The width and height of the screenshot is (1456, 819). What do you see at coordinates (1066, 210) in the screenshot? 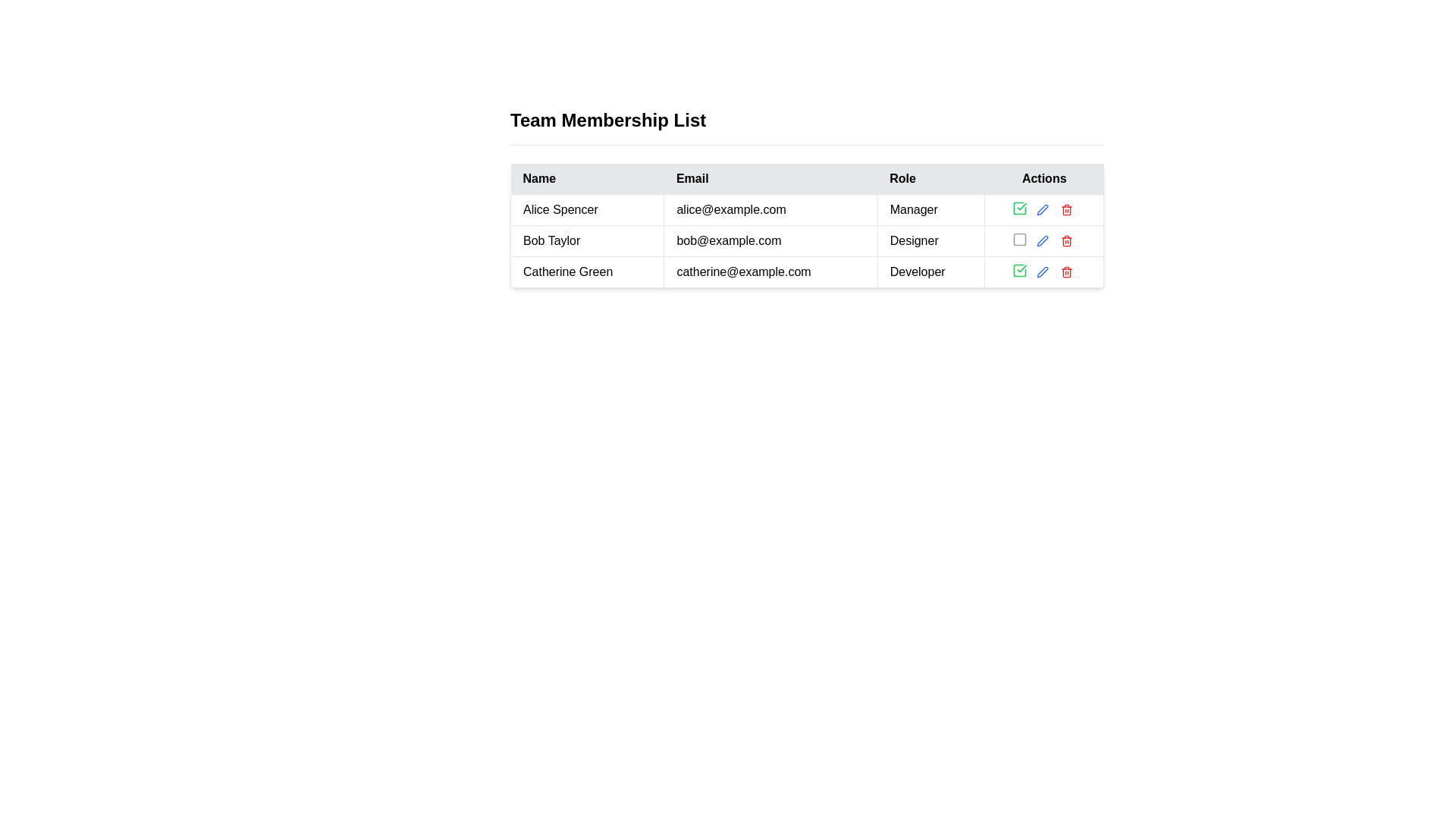
I see `the delete icon button in the 'Actions' column of the first row, aligned with 'Alice Spencer'` at bounding box center [1066, 210].